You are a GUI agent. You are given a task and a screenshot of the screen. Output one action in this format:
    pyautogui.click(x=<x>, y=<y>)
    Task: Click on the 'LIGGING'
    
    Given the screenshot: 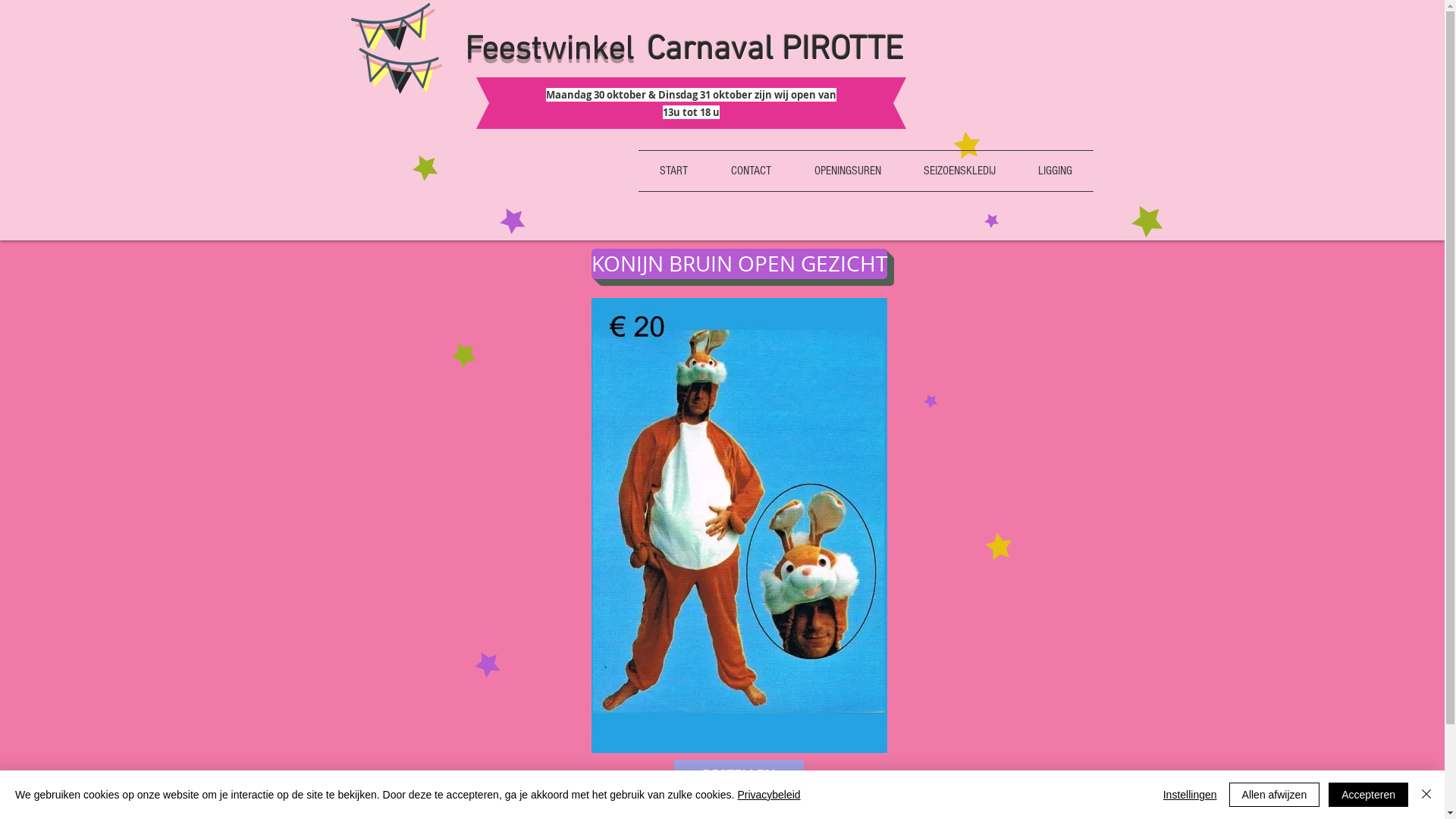 What is the action you would take?
    pyautogui.click(x=1053, y=171)
    